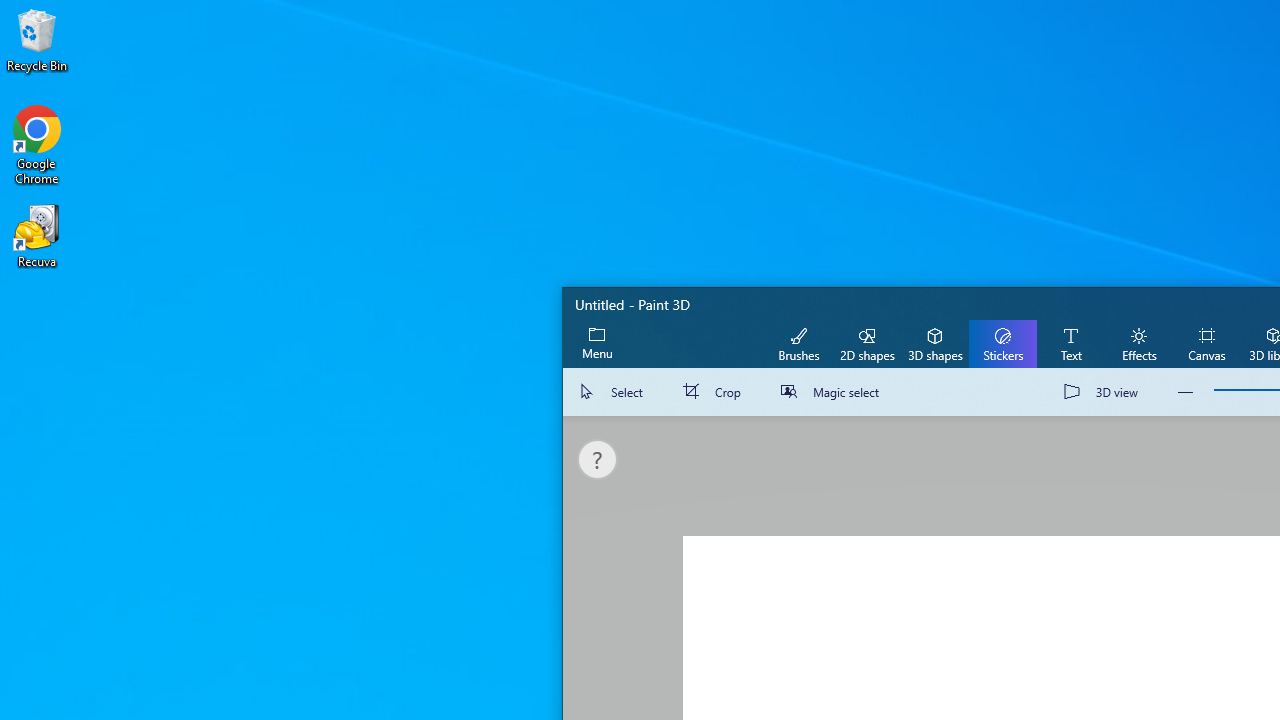  What do you see at coordinates (867, 342) in the screenshot?
I see `'2D shapes'` at bounding box center [867, 342].